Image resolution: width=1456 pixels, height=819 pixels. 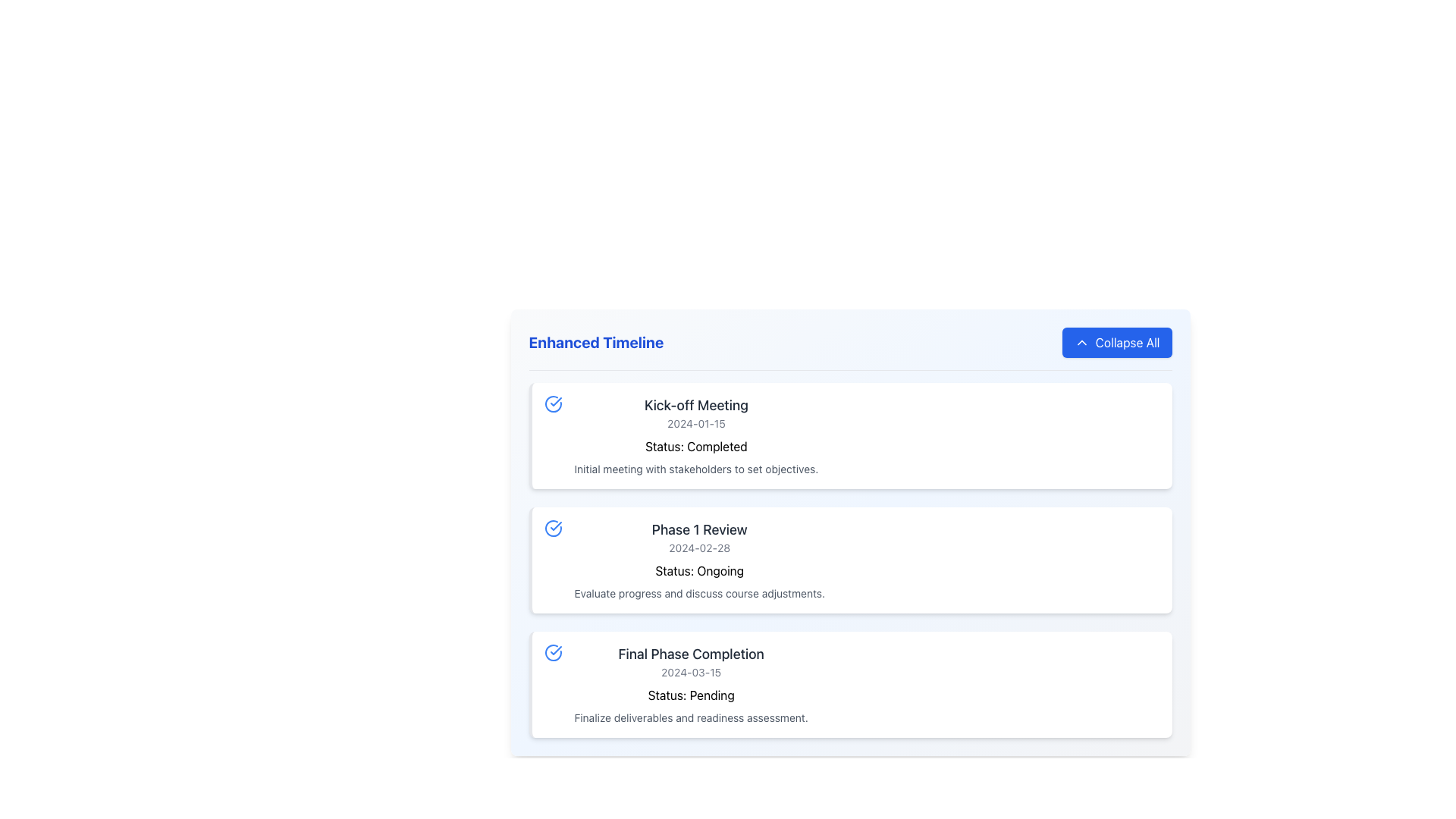 I want to click on the Label displaying the scheduled date for the 'Kick-off Meeting', which is located below the title 'Kick-off Meeting' and above the text 'Status: Completed', so click(x=695, y=424).